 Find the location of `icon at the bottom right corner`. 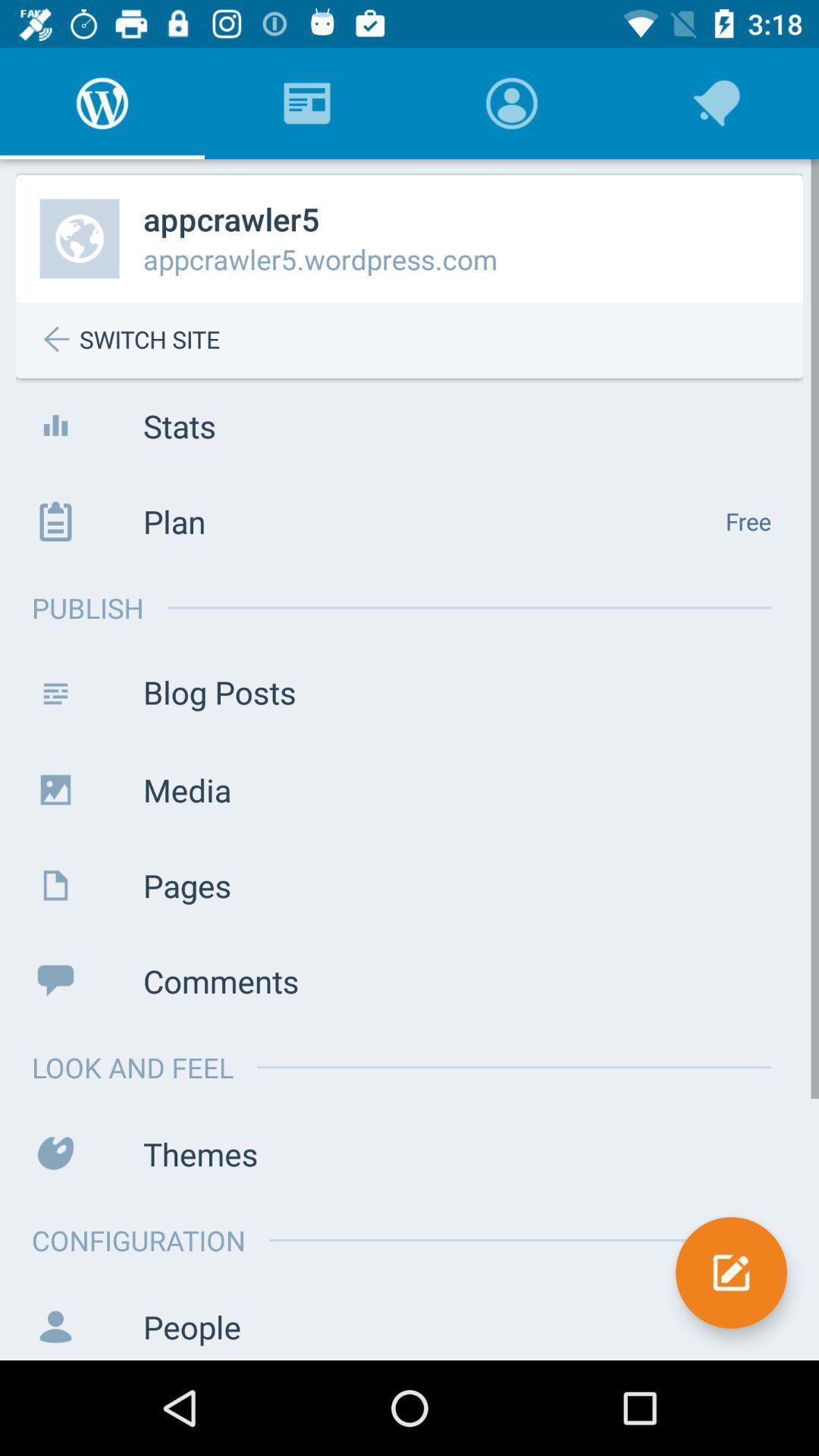

icon at the bottom right corner is located at coordinates (730, 1272).